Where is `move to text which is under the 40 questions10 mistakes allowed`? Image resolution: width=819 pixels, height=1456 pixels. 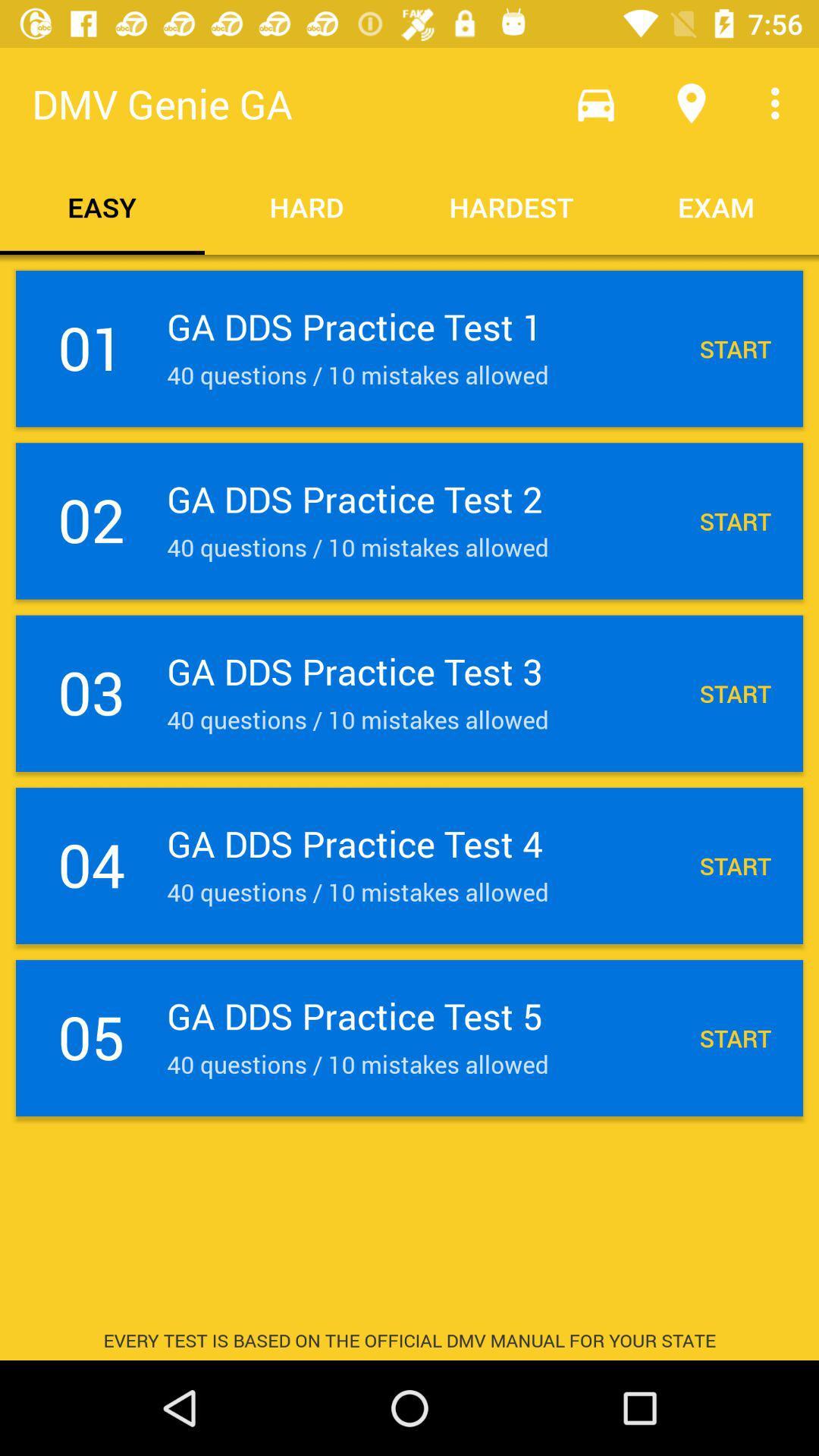 move to text which is under the 40 questions10 mistakes allowed is located at coordinates (409, 1037).